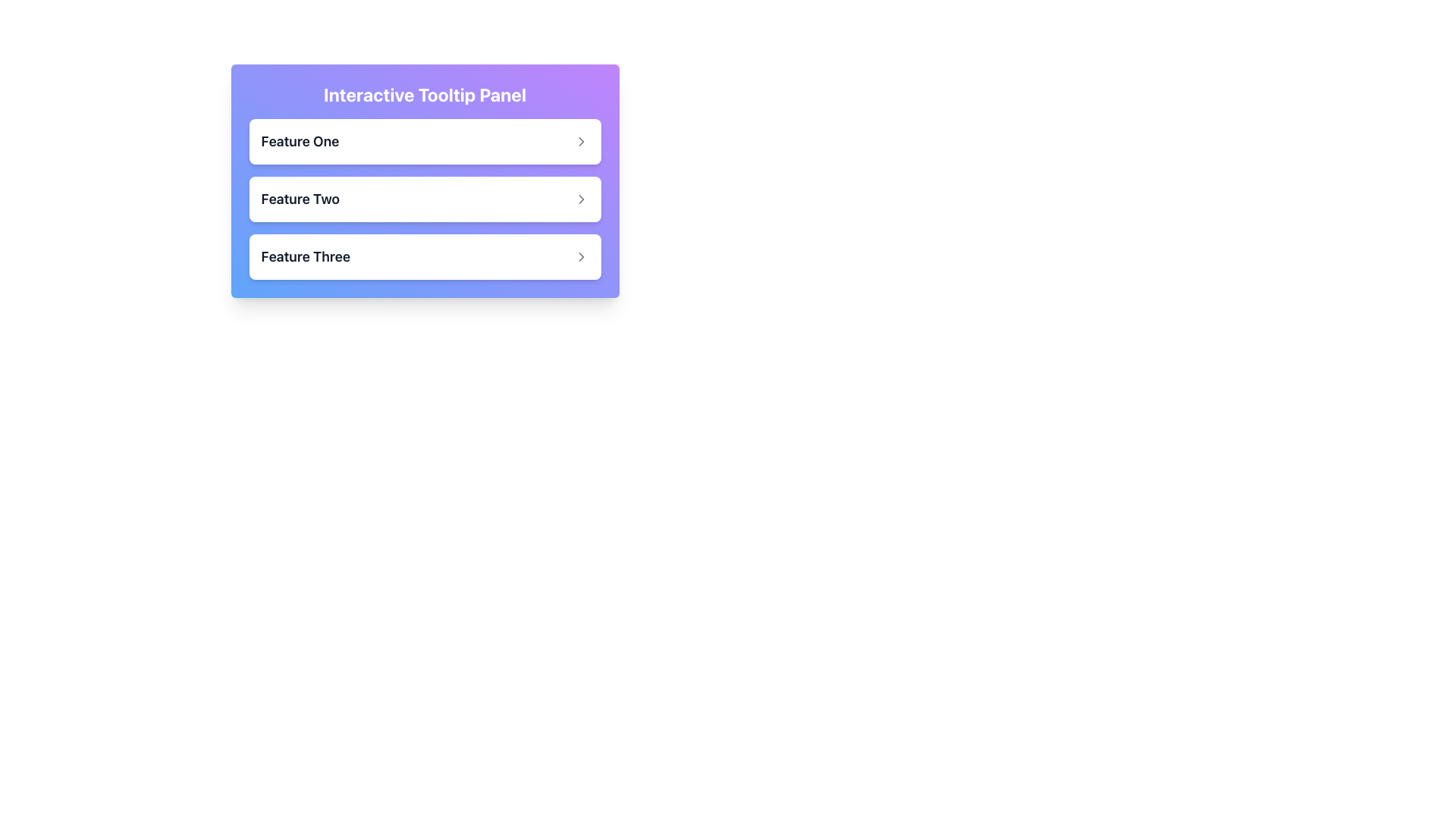 The width and height of the screenshot is (1456, 819). I want to click on the right-facing chevron icon that is styled gray and transitions to blue when hovered over, so click(580, 256).